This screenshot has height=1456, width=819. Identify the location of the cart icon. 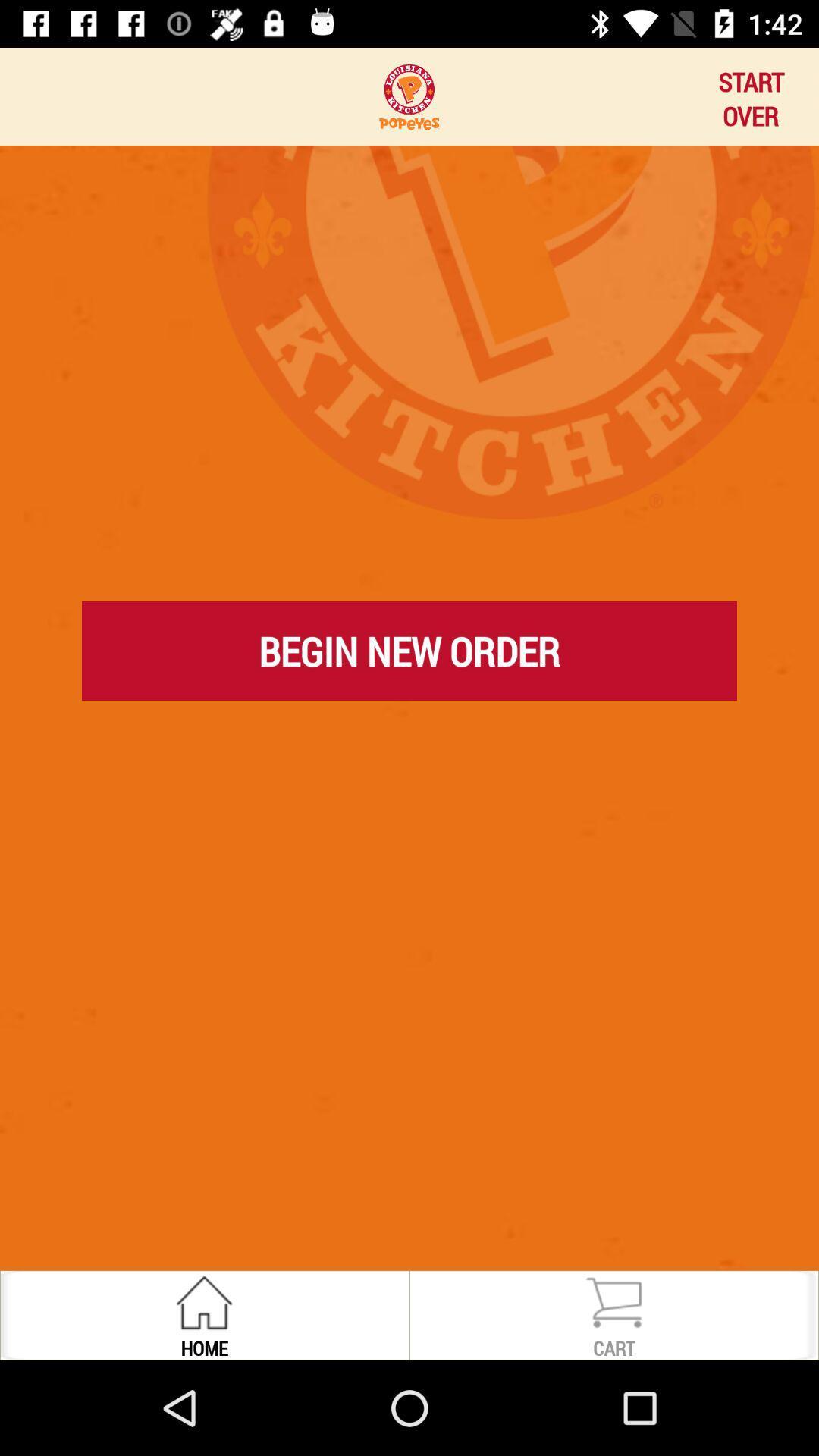
(614, 1348).